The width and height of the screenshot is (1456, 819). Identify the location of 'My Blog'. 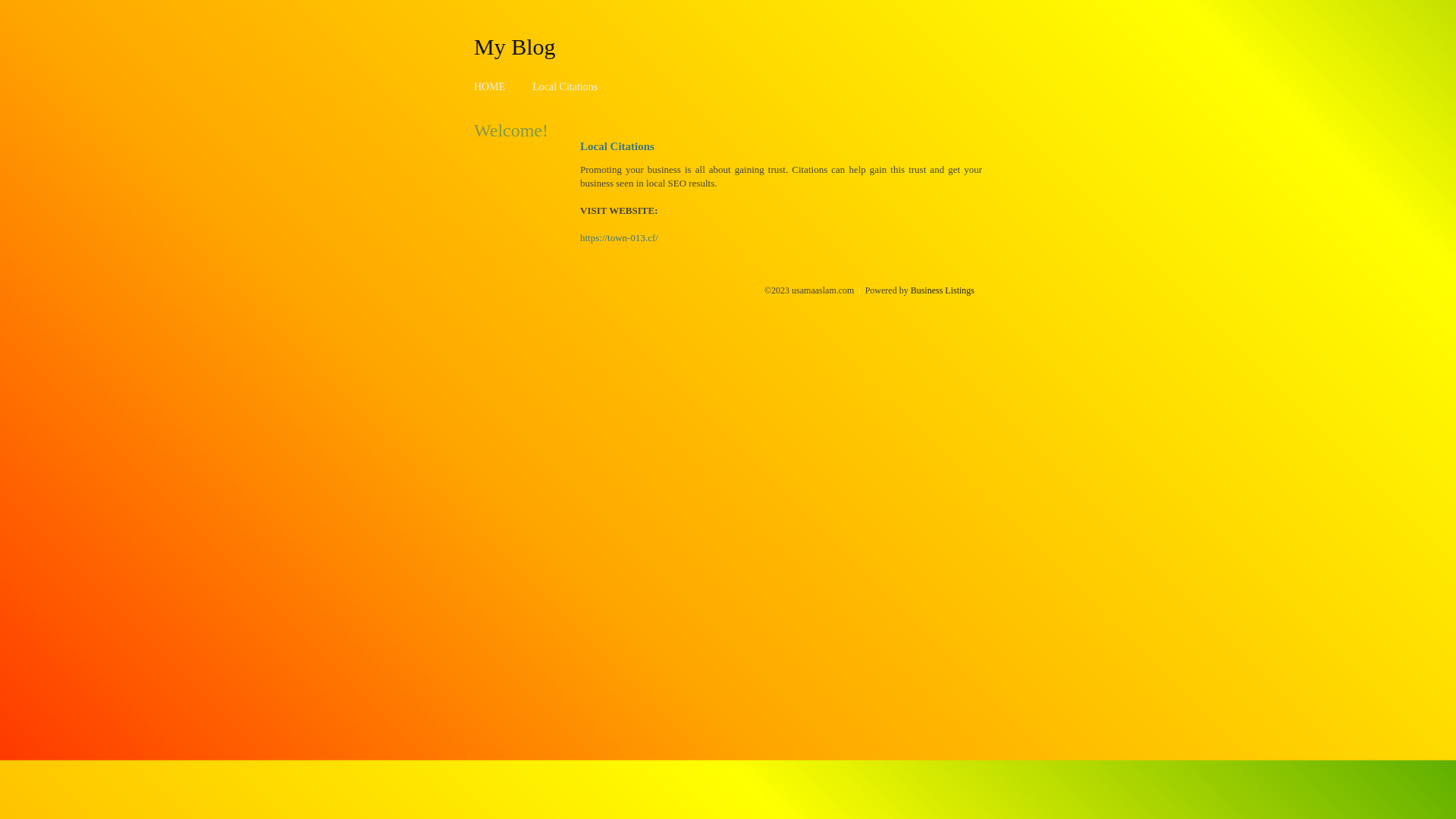
(472, 45).